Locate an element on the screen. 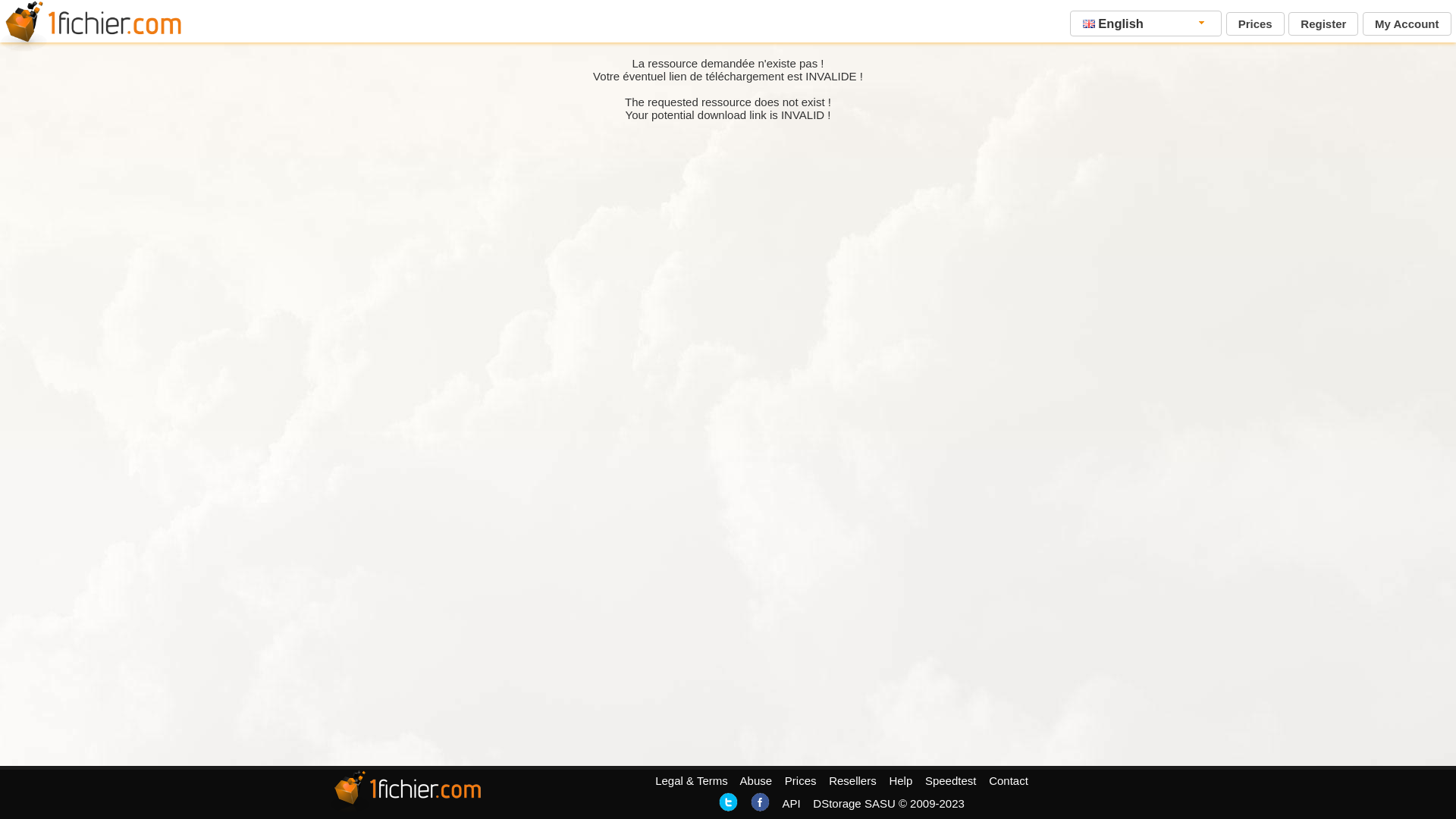 The image size is (1456, 819). 'Resellers' is located at coordinates (852, 780).